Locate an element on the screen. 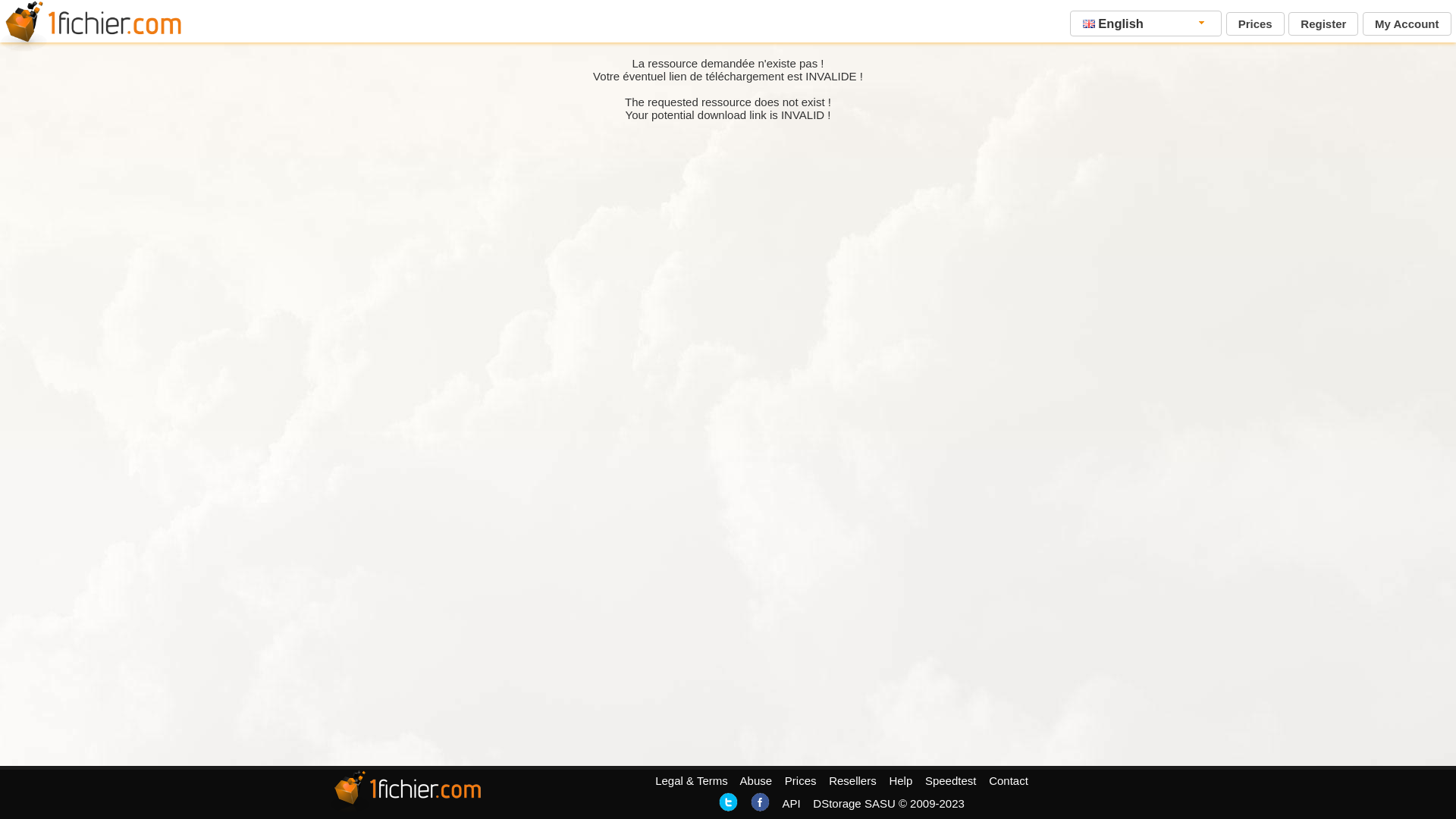 The image size is (1456, 819). 'Resellers' is located at coordinates (852, 780).